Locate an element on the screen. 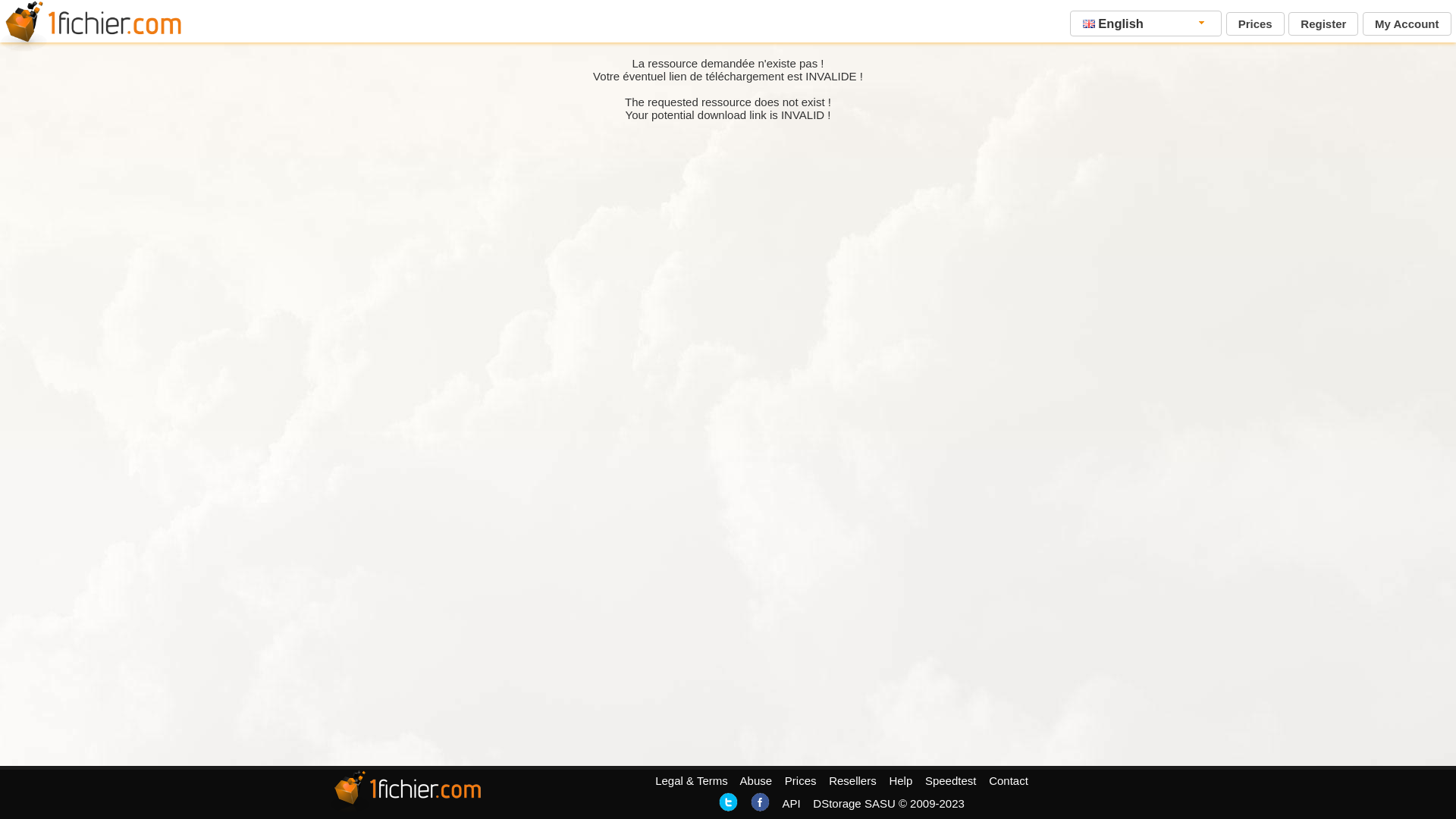 The image size is (1456, 819). 'Resellers' is located at coordinates (852, 780).